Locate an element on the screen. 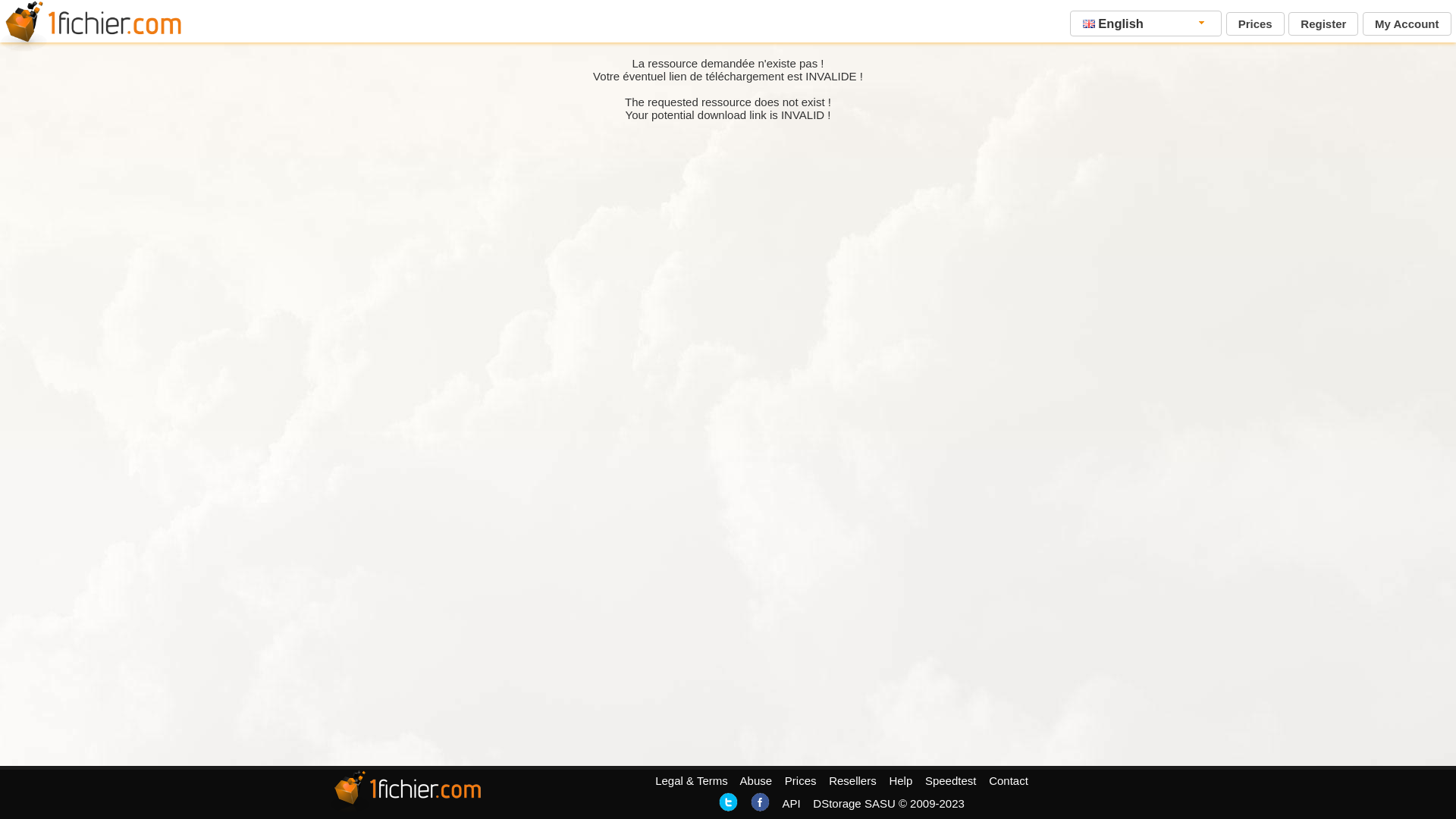 The image size is (1456, 819). 'Resellers' is located at coordinates (852, 780).